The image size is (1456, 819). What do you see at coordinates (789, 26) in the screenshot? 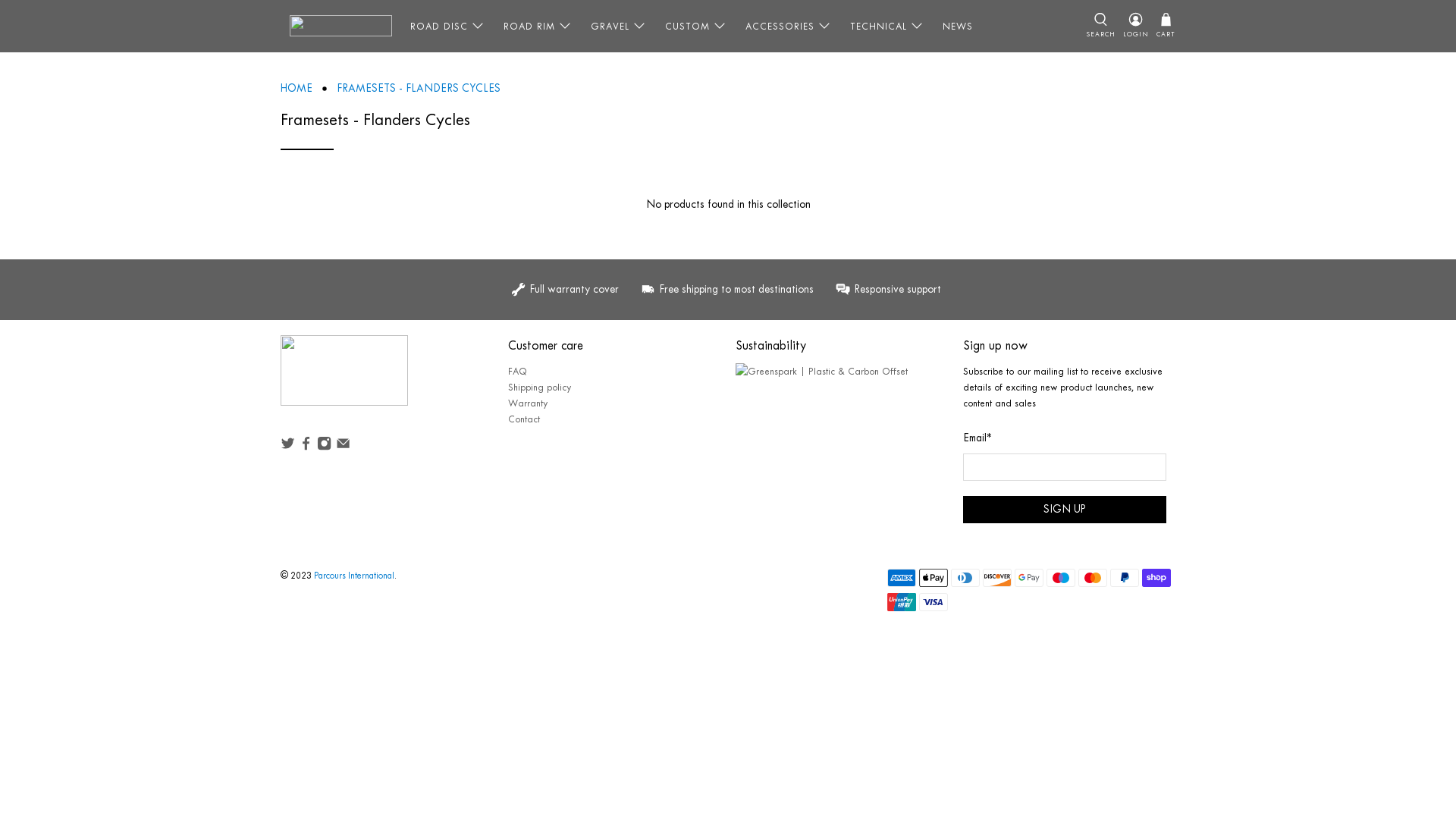
I see `'ACCESSORIES'` at bounding box center [789, 26].